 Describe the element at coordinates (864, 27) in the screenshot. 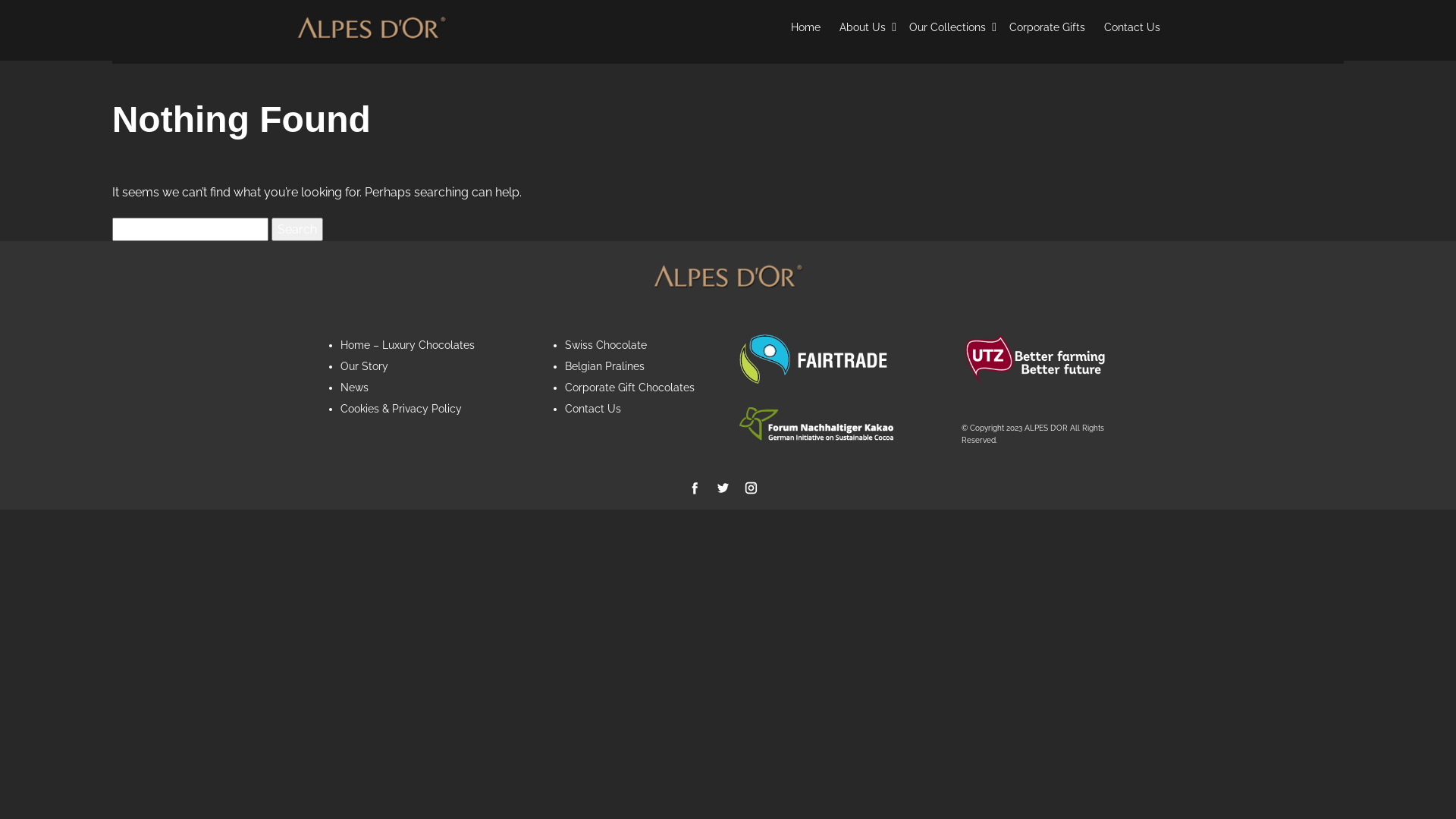

I see `'About Us'` at that location.